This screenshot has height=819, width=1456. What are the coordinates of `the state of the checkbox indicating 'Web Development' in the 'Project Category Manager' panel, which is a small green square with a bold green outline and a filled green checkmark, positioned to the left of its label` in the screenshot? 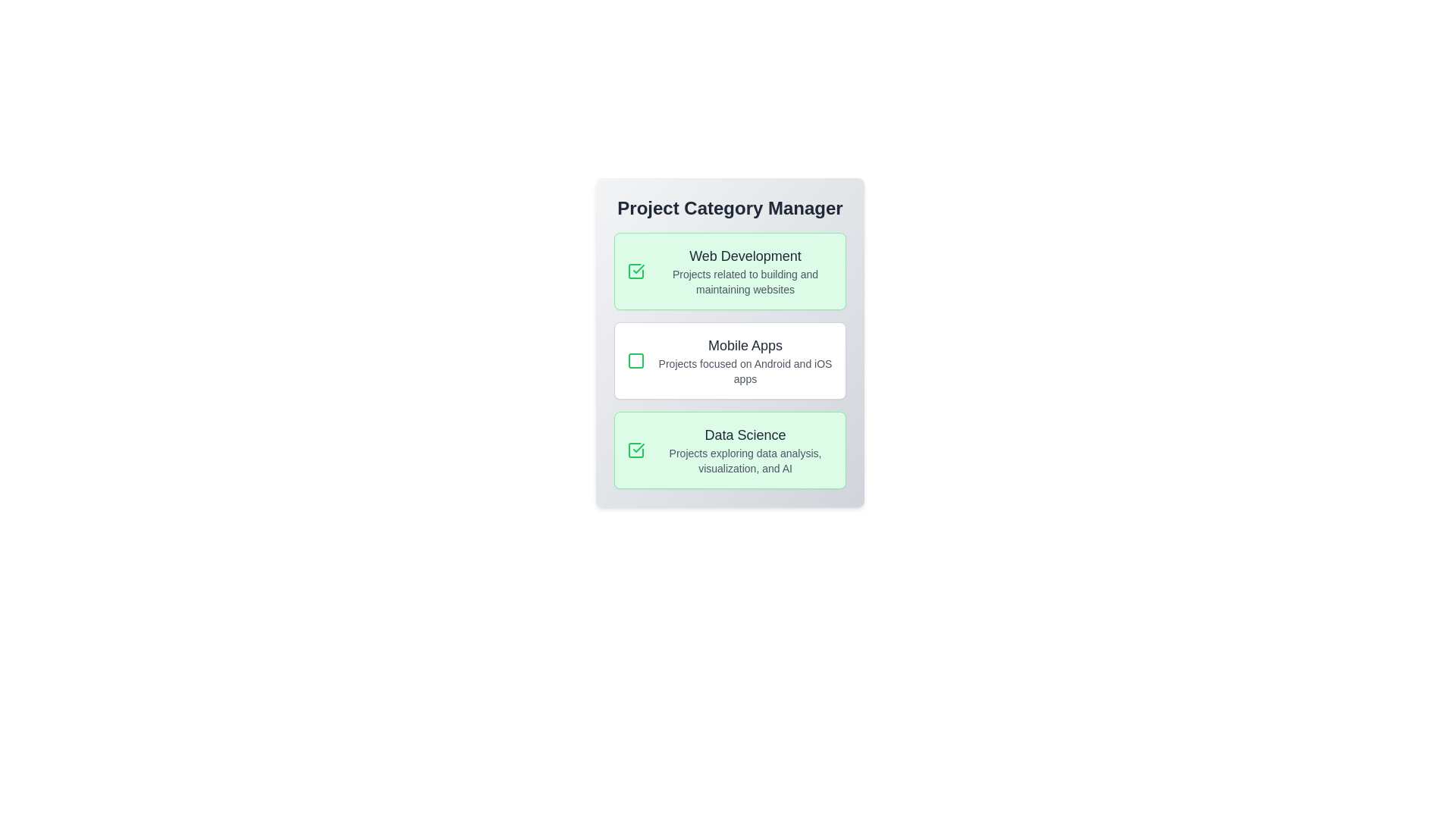 It's located at (636, 271).